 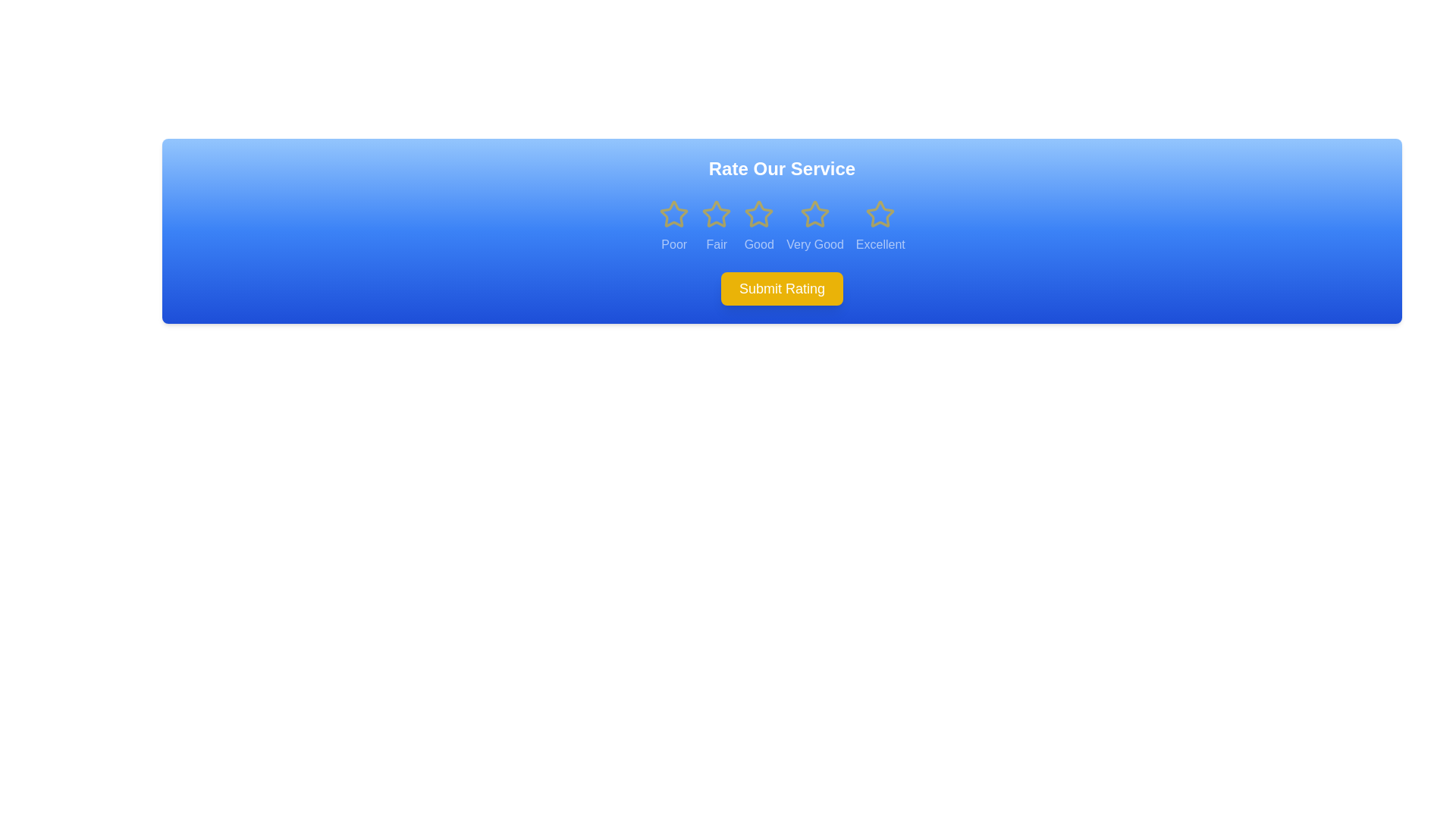 I want to click on the hollow star SVG icon representing the 'Poor' rating in the rating system, so click(x=673, y=214).